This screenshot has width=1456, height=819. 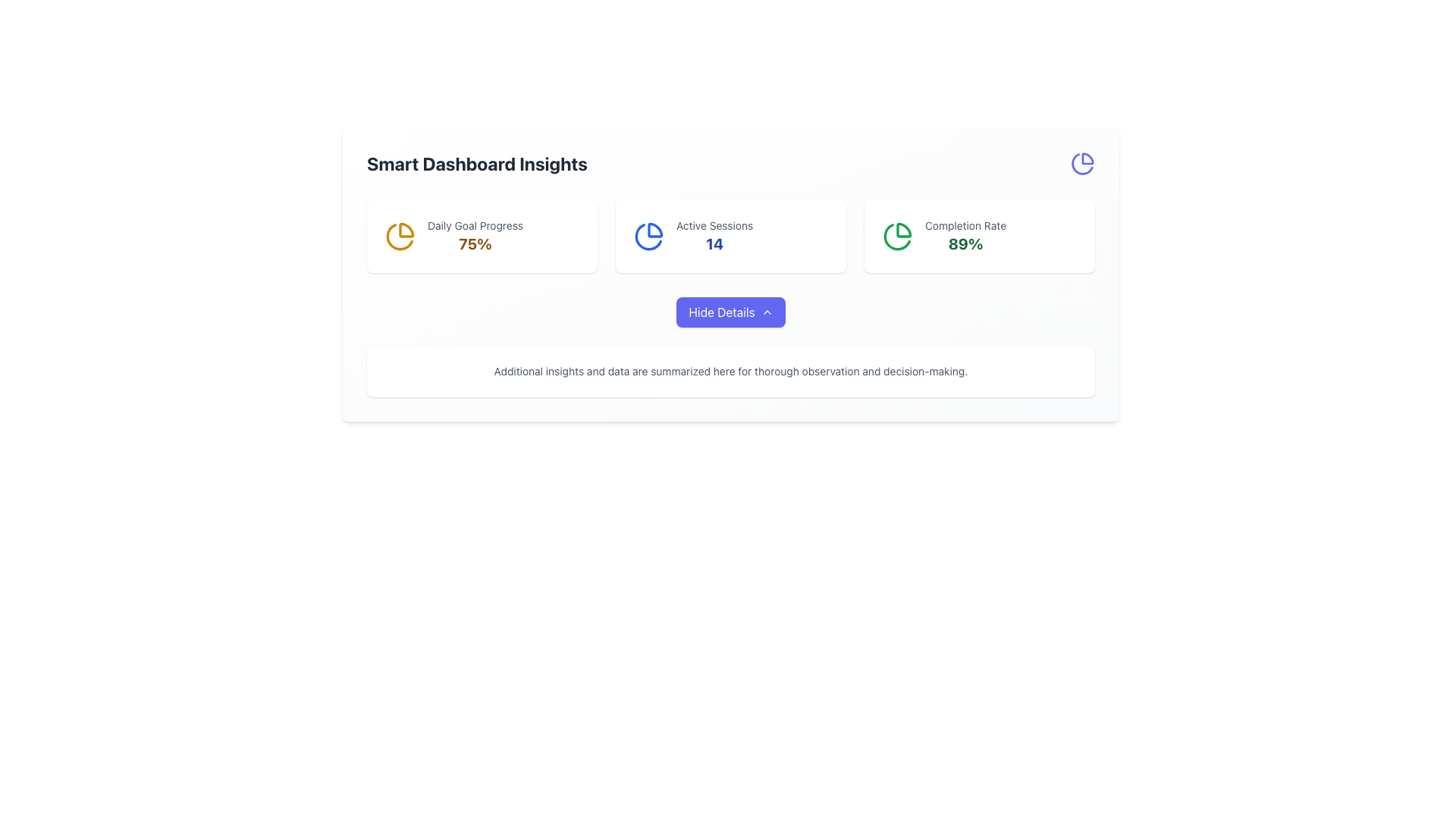 I want to click on the 'Completion Rate' text label, which displays the phrase in a small-sized gray font, located at the top-right section of the card, so click(x=965, y=225).